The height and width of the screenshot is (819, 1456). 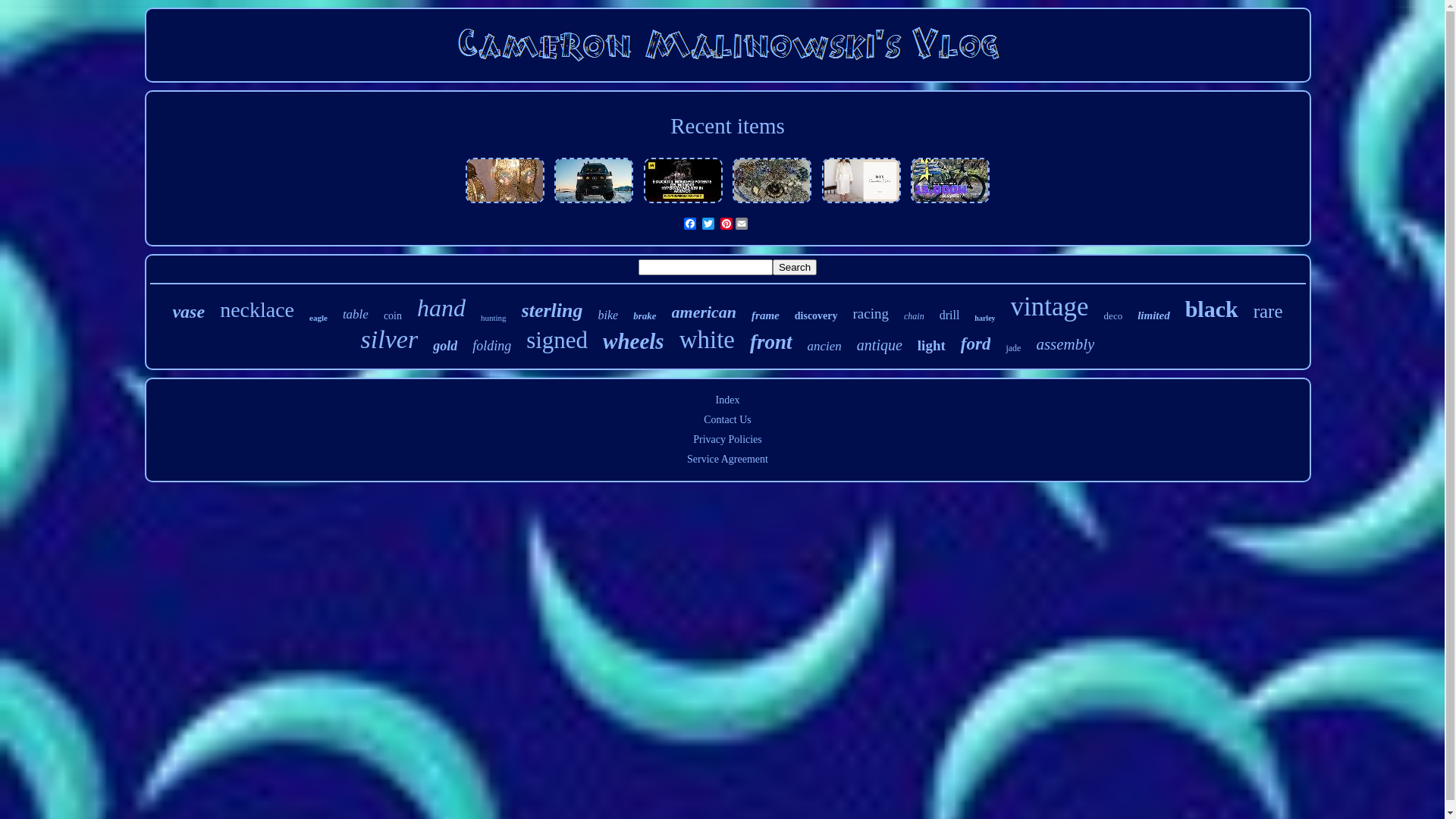 I want to click on 'Privacy Policies', so click(x=692, y=439).